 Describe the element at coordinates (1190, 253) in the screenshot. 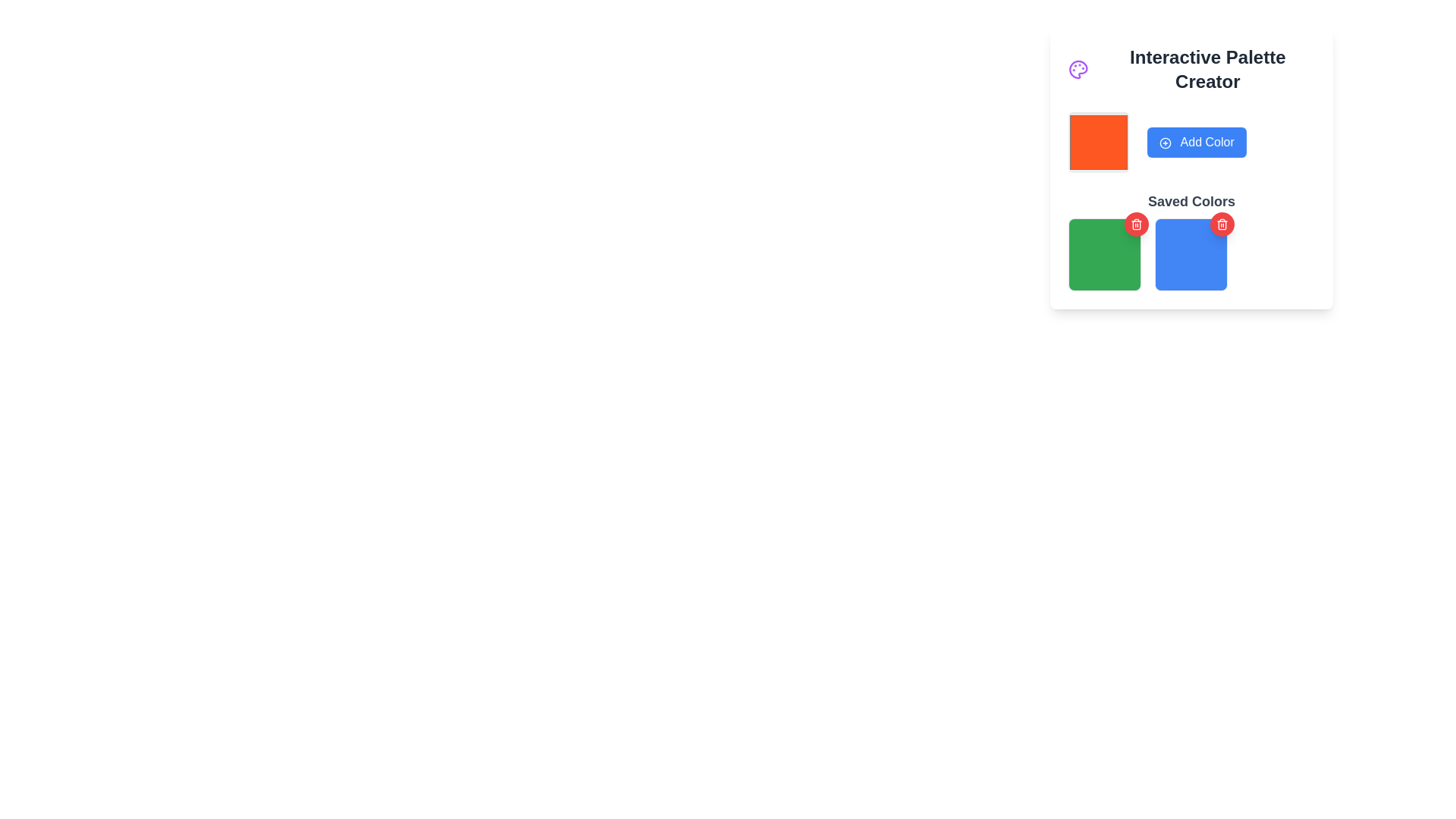

I see `the square colored block located in the second position of the row in the 'Saved Colors' section, which represents a saved color in the palette` at that location.